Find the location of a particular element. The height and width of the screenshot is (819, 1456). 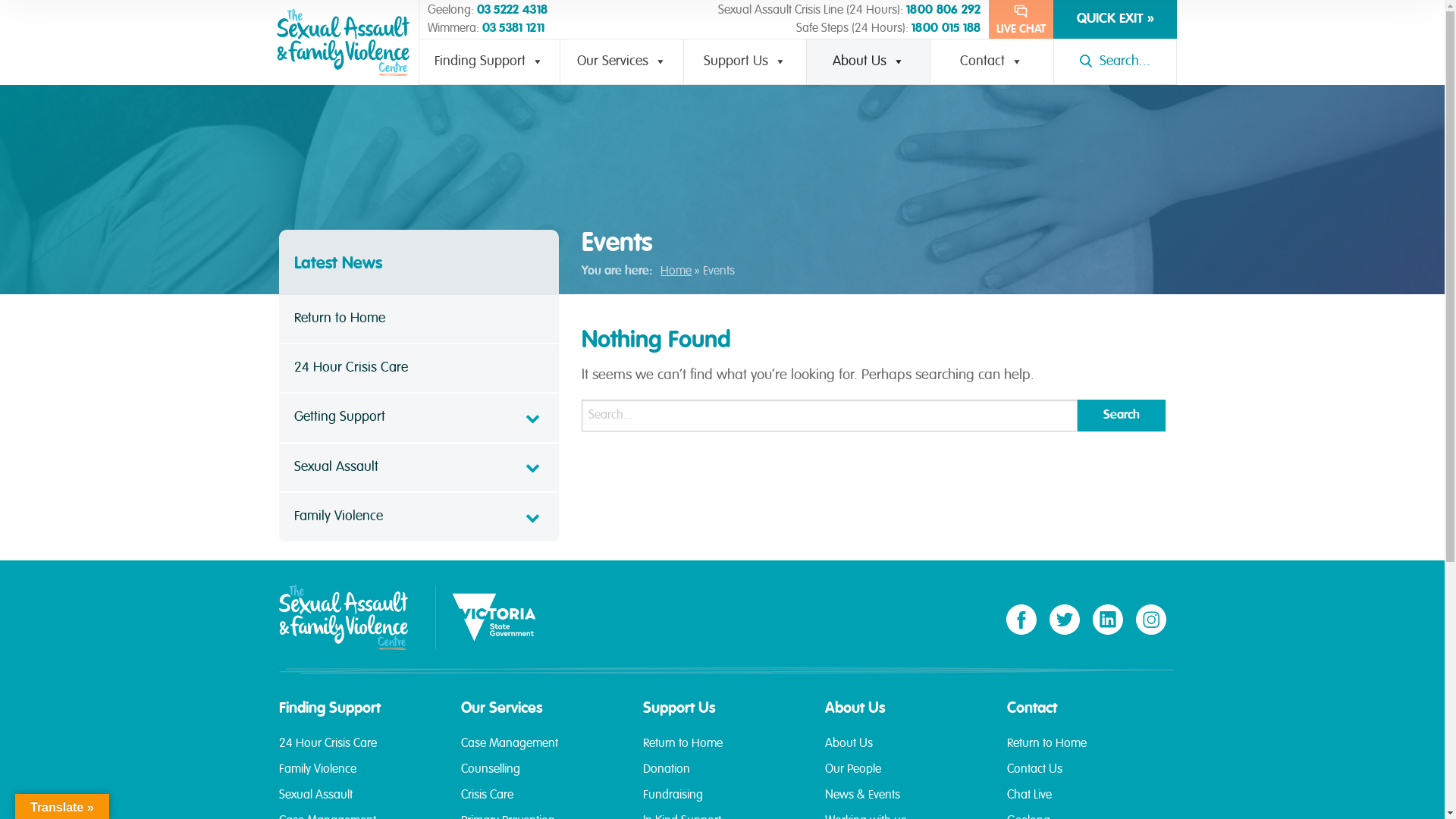

'News & Events' is located at coordinates (905, 801).